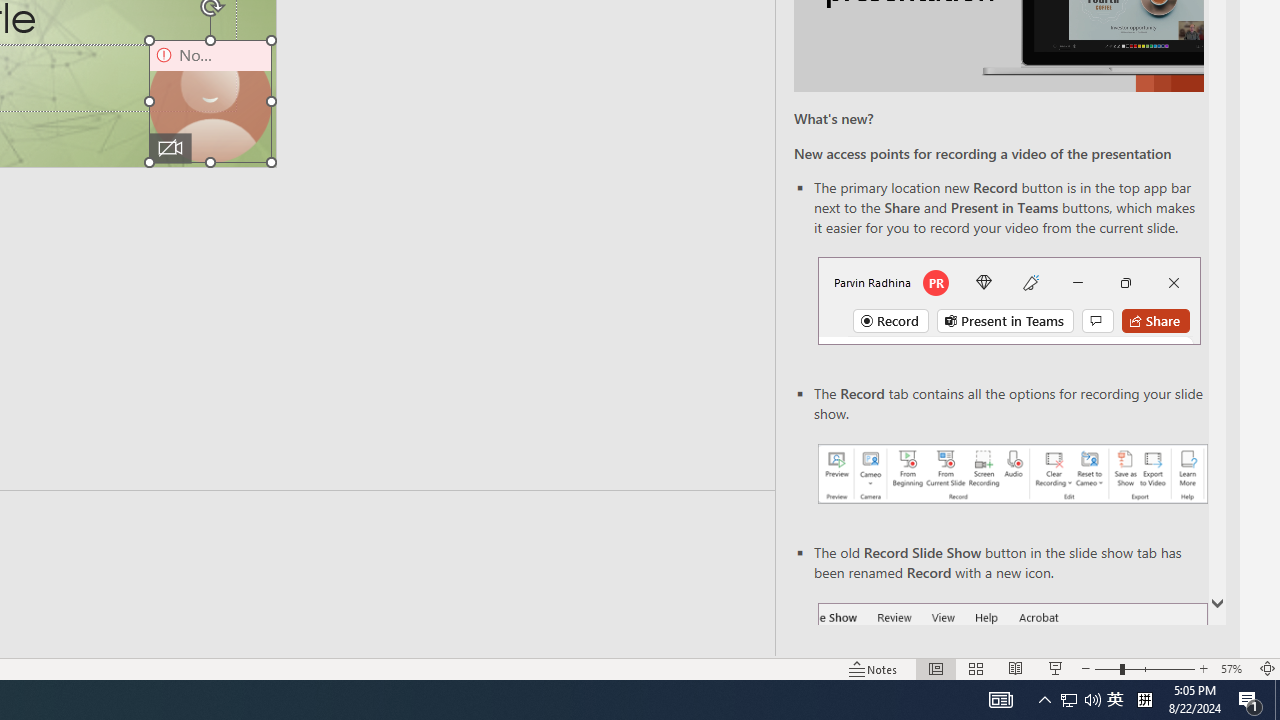 This screenshot has height=720, width=1280. I want to click on 'Record your presentations screenshot one', so click(1013, 474).